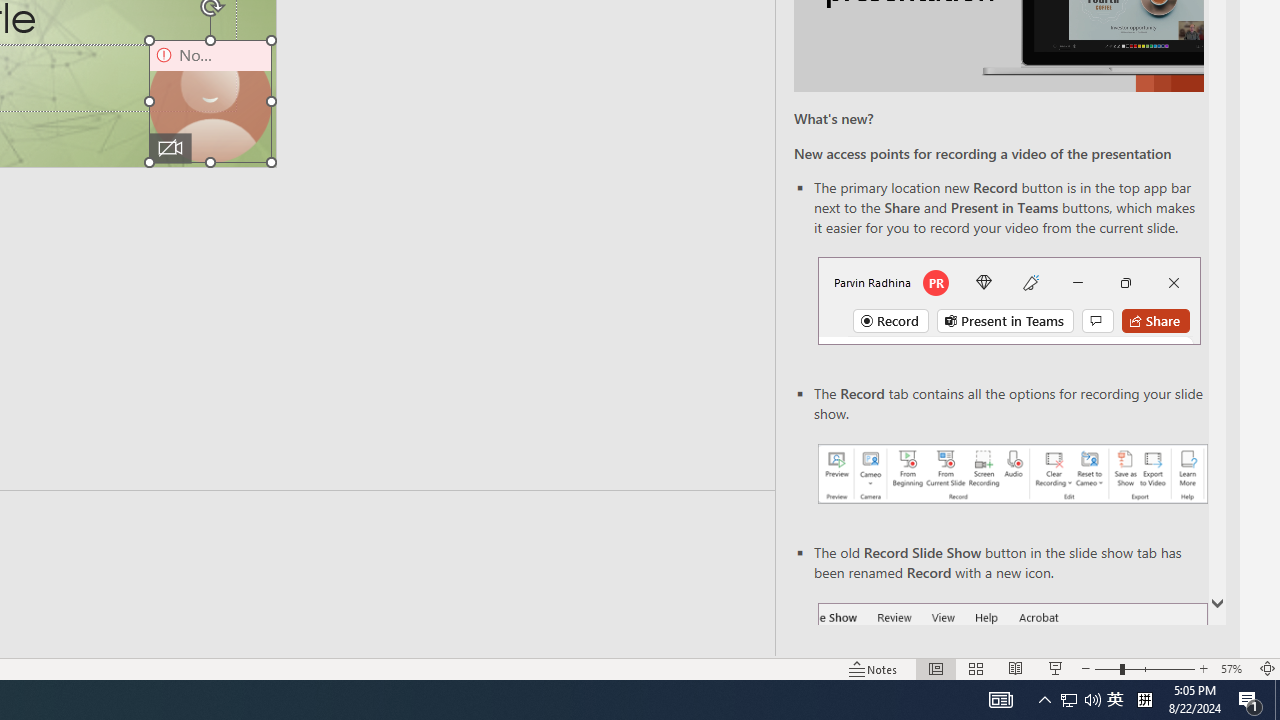 This screenshot has height=720, width=1280. I want to click on 'Record your presentations screenshot one', so click(1013, 474).